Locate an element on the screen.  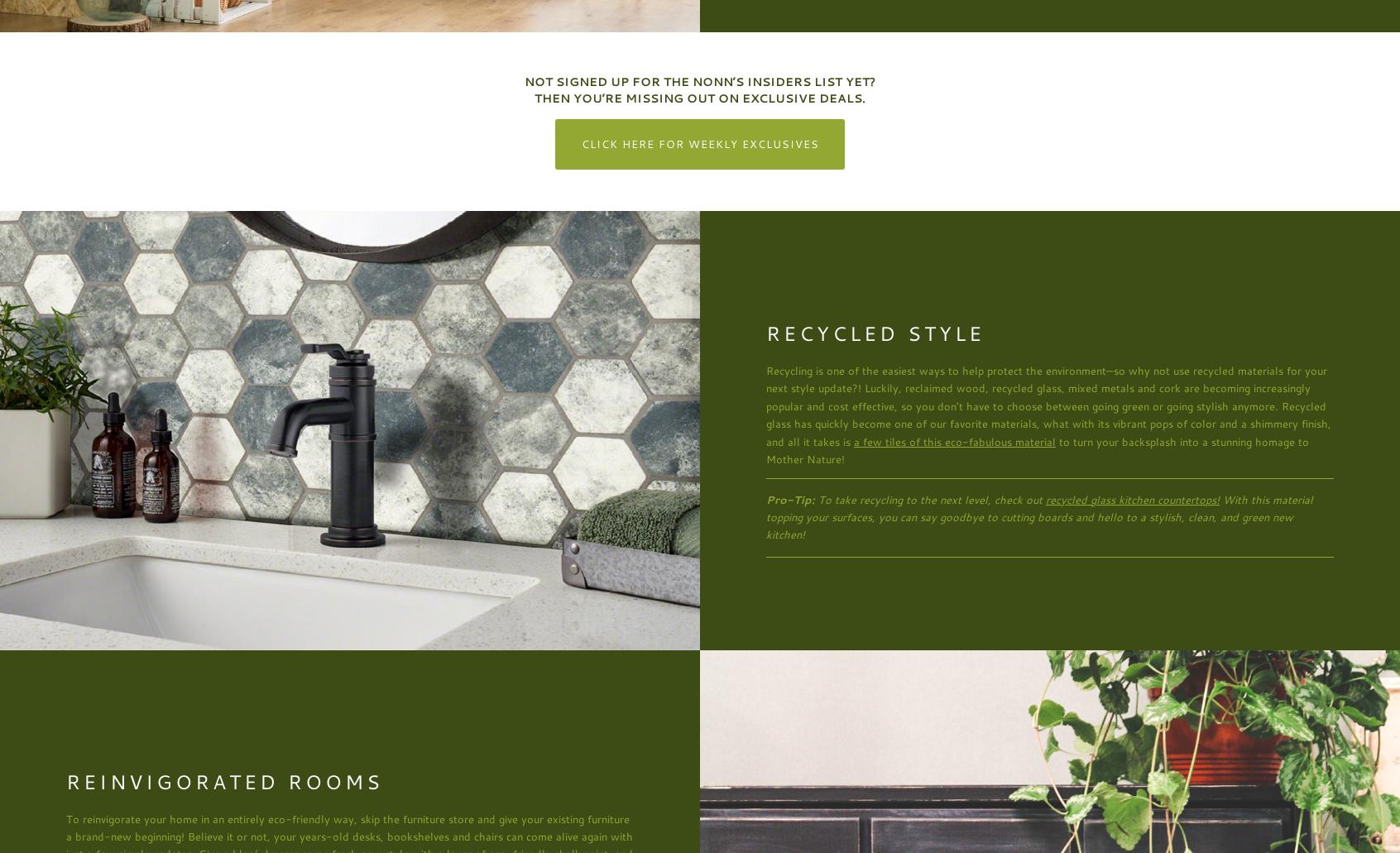
'recycled glass kitchen countertops!' is located at coordinates (1132, 498).